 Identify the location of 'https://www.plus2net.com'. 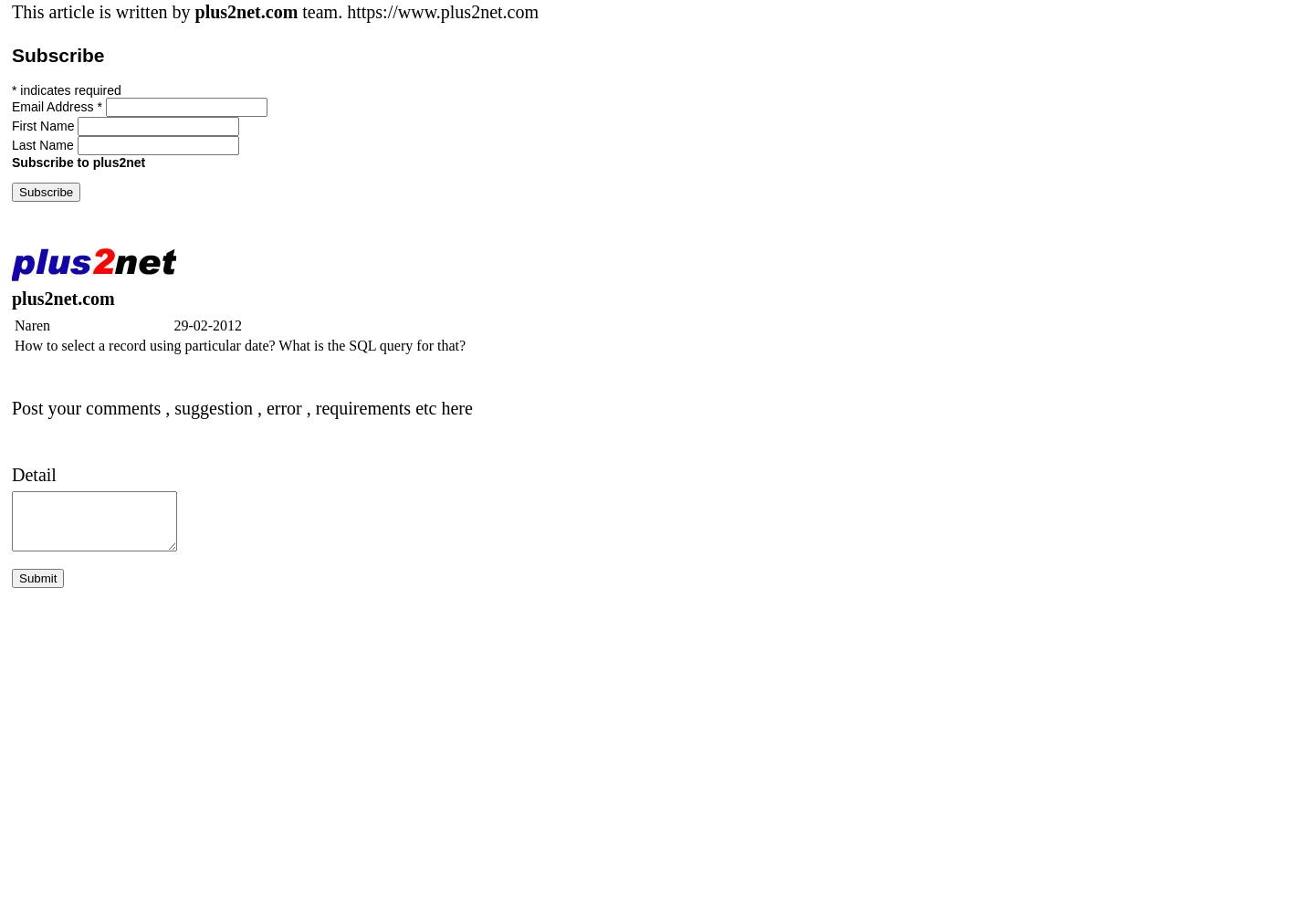
(347, 10).